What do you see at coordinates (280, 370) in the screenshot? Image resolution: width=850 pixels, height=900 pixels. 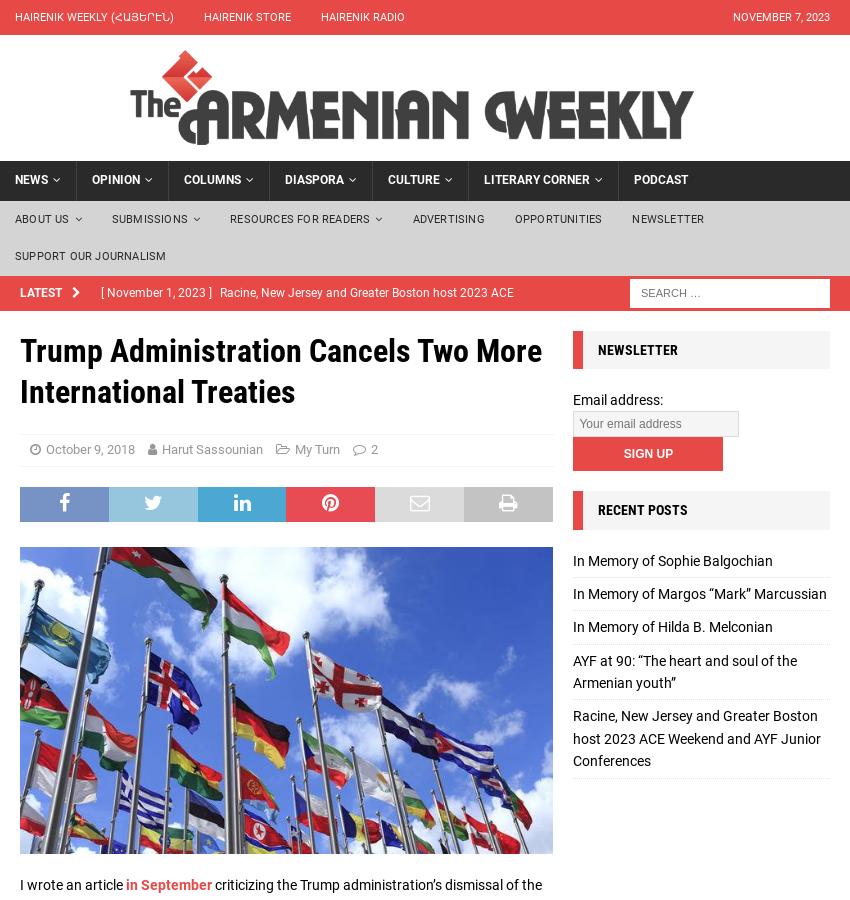 I see `'Trump Administration Cancels Two More International Treaties'` at bounding box center [280, 370].